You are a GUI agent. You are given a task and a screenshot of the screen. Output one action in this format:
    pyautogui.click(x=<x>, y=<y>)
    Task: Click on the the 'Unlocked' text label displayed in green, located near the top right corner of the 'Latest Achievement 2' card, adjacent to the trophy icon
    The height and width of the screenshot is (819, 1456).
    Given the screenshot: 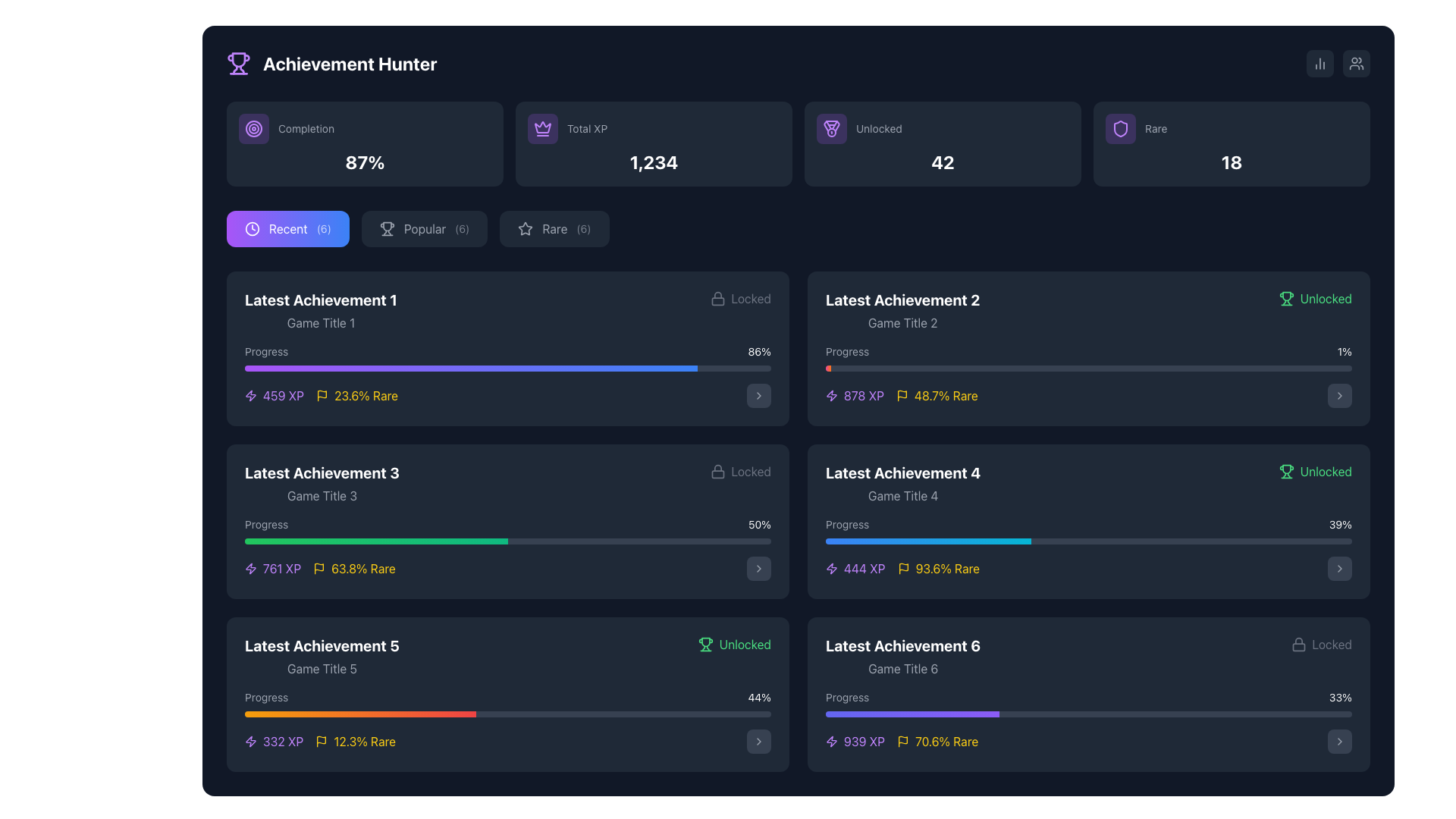 What is the action you would take?
    pyautogui.click(x=1325, y=298)
    